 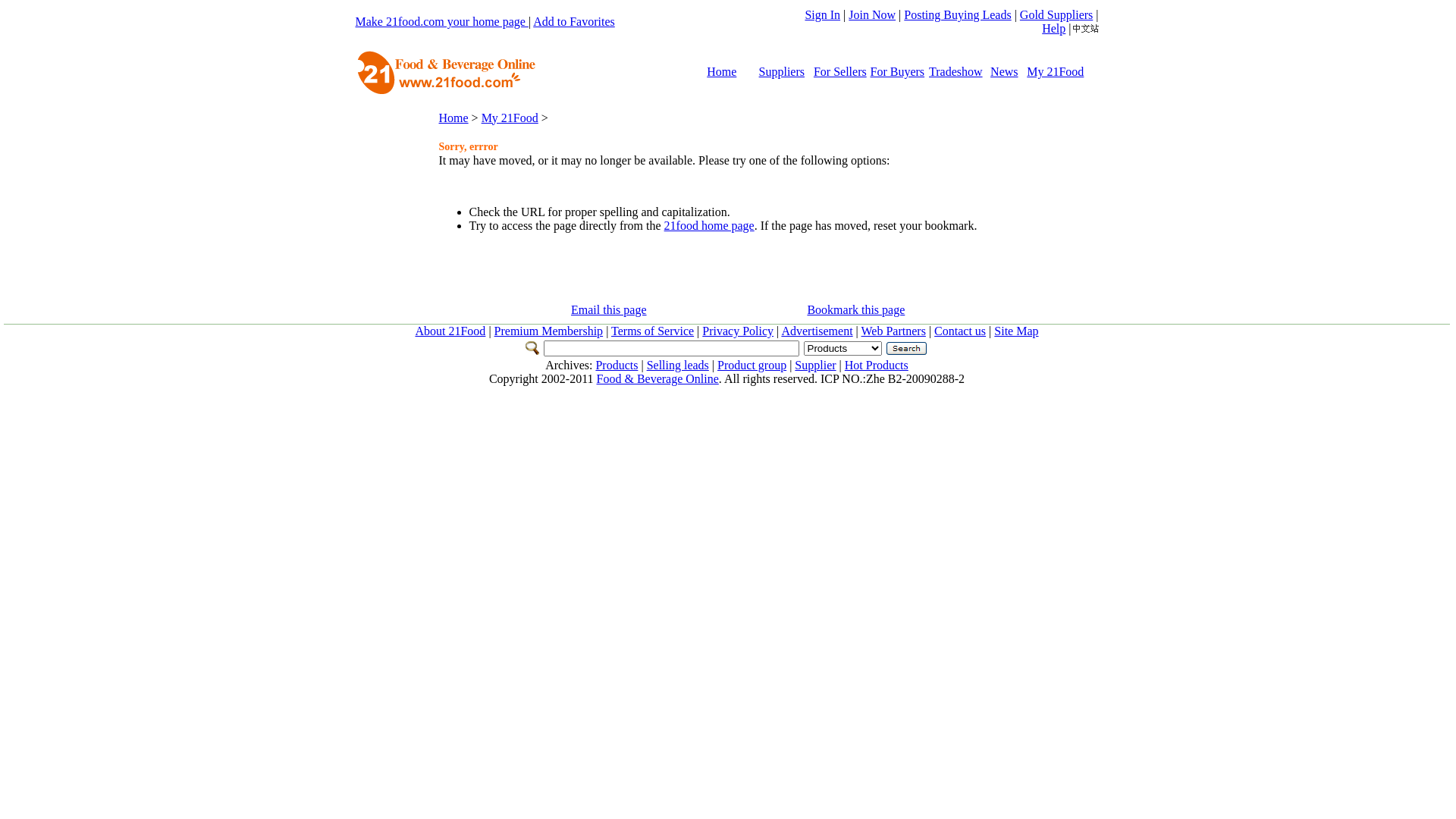 I want to click on 'Web Partners', so click(x=893, y=330).